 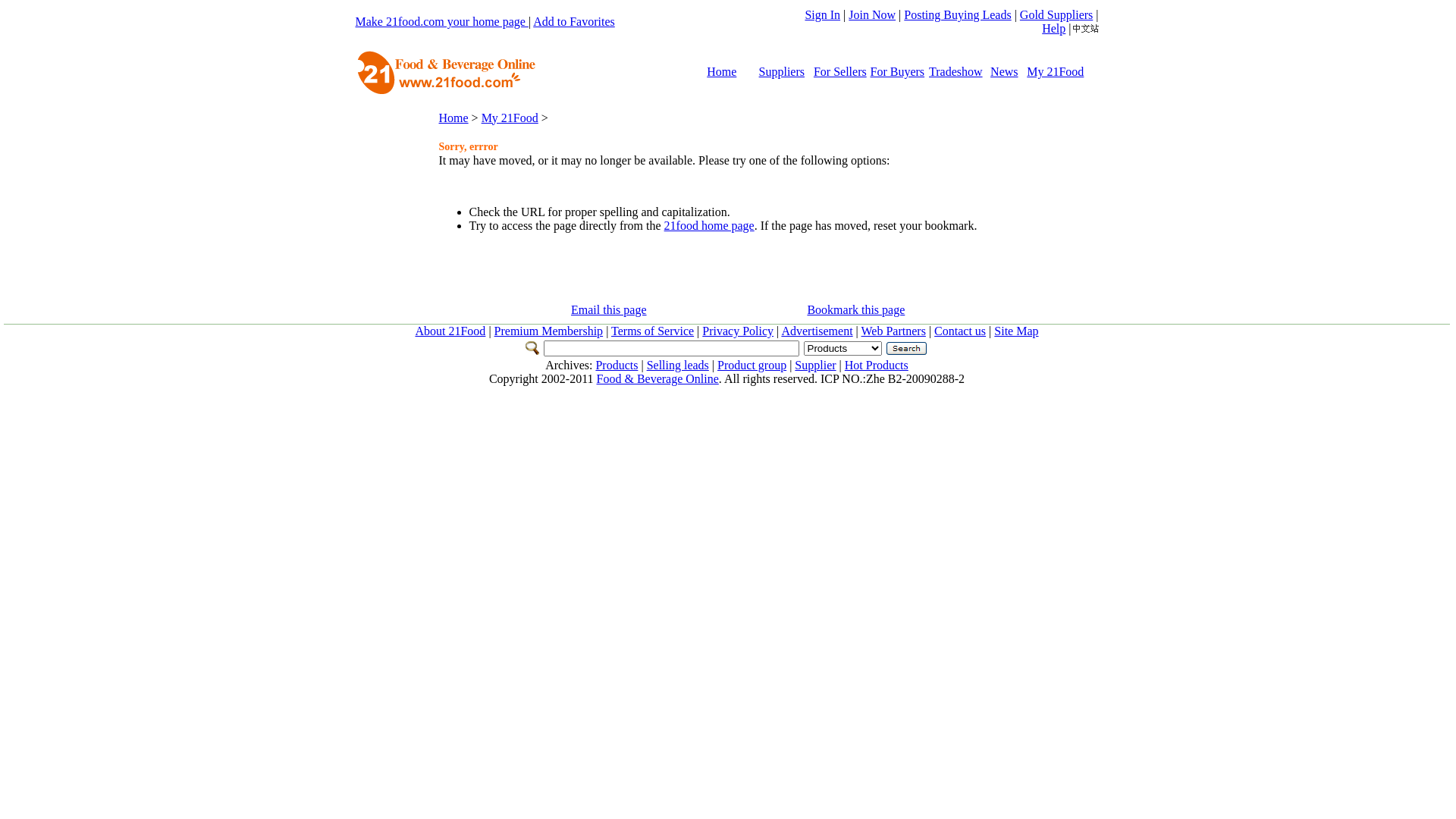 I want to click on 'Web Partners', so click(x=893, y=330).